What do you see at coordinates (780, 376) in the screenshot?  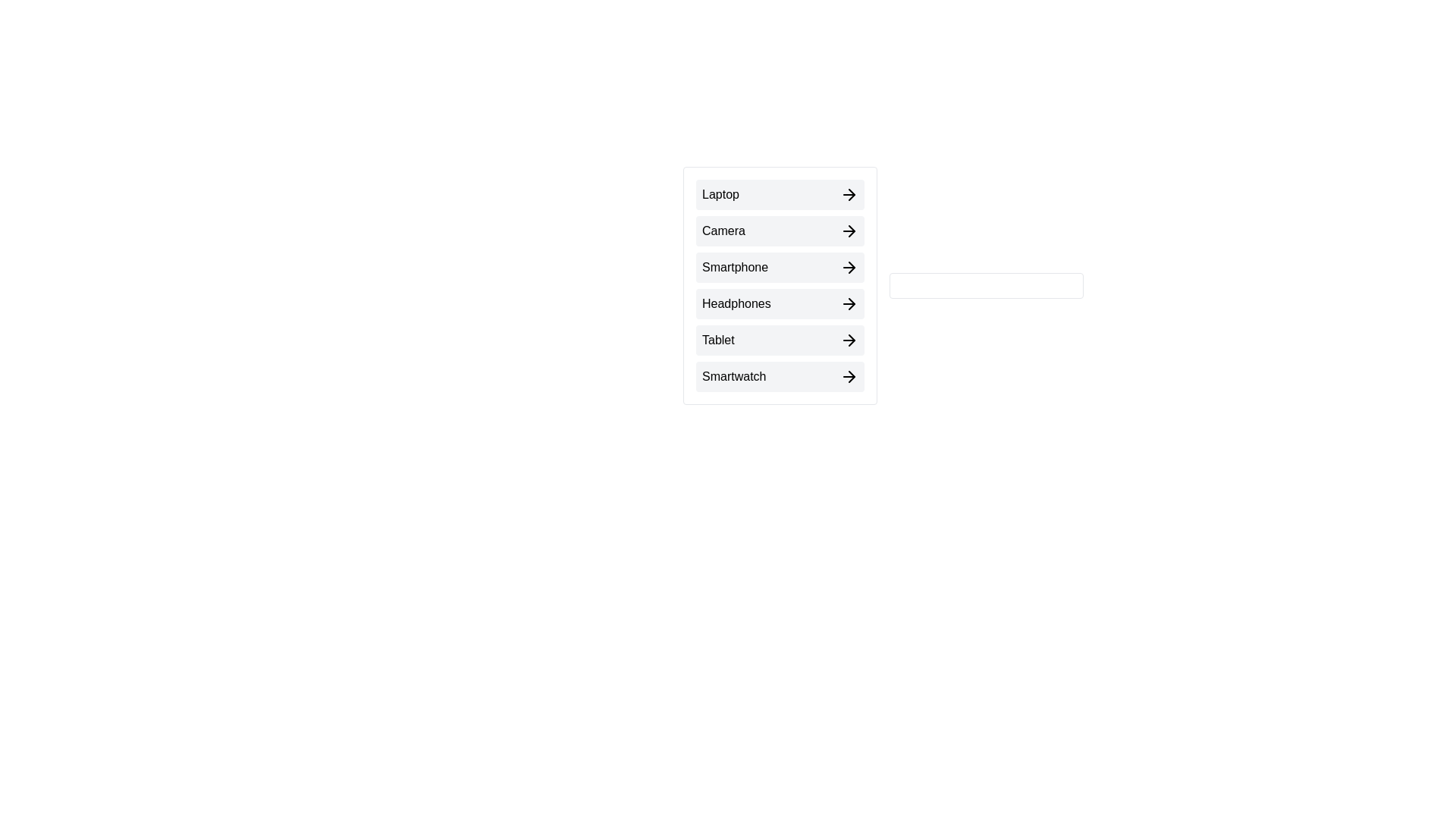 I see `the item Smartwatch to highlight it` at bounding box center [780, 376].